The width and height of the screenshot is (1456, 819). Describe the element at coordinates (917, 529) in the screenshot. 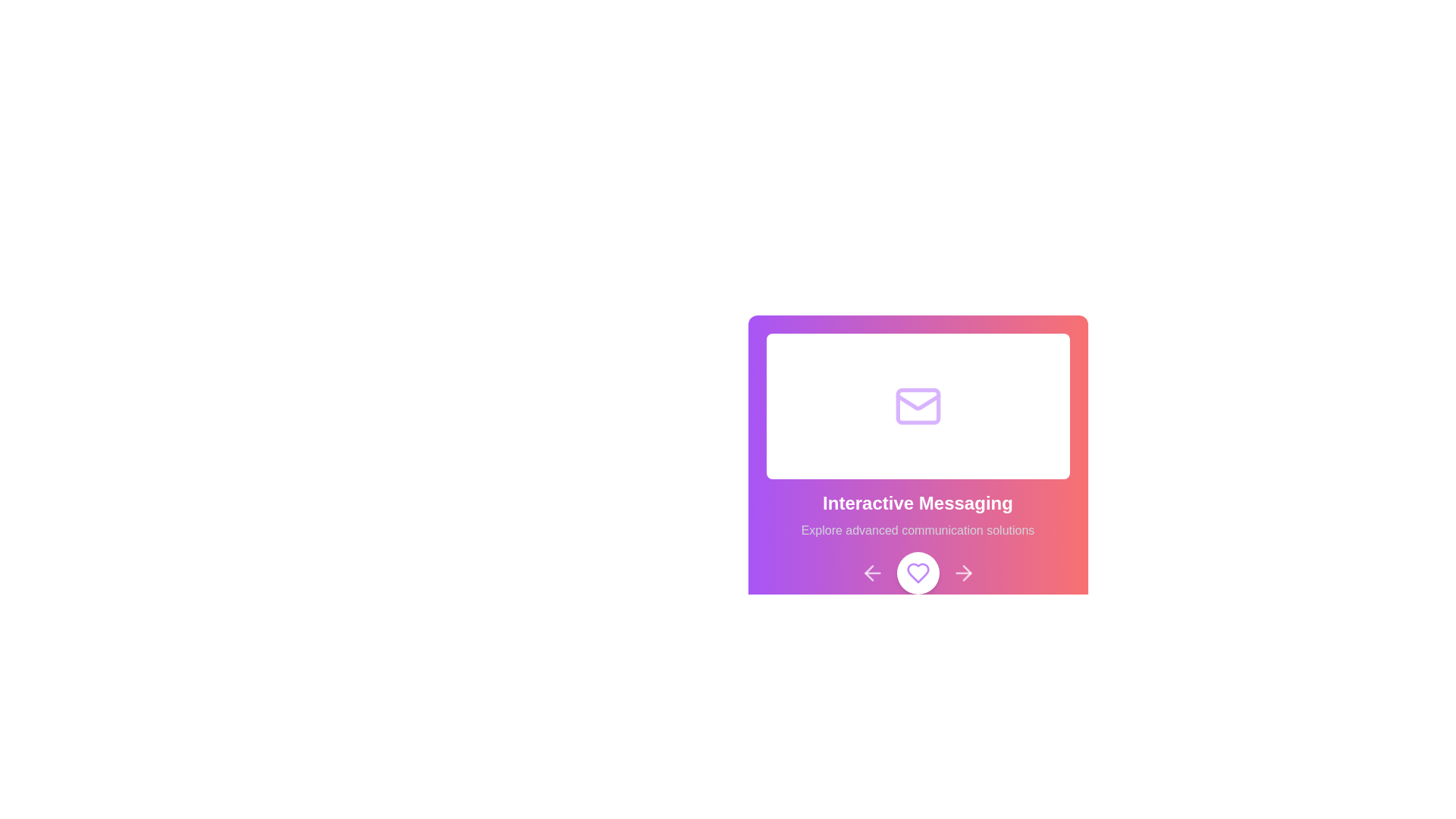

I see `the static text label displaying 'Explore advanced communication solutions' which is positioned below the bold text 'Interactive Messaging' in a light gray tone` at that location.